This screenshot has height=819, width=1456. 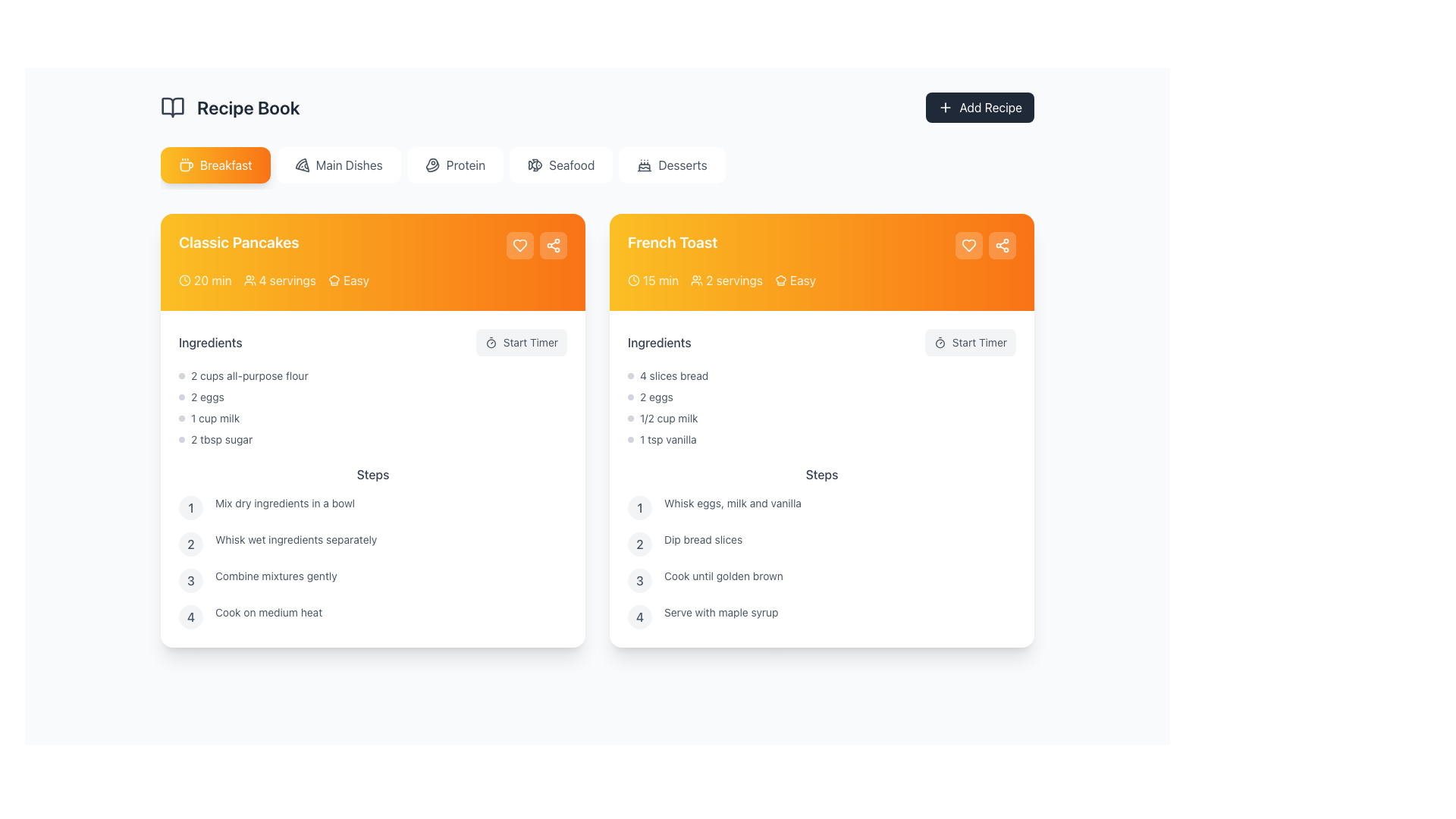 I want to click on the second step in the recipe list, which states 'Whisk wet ingredients separately', so click(x=372, y=543).